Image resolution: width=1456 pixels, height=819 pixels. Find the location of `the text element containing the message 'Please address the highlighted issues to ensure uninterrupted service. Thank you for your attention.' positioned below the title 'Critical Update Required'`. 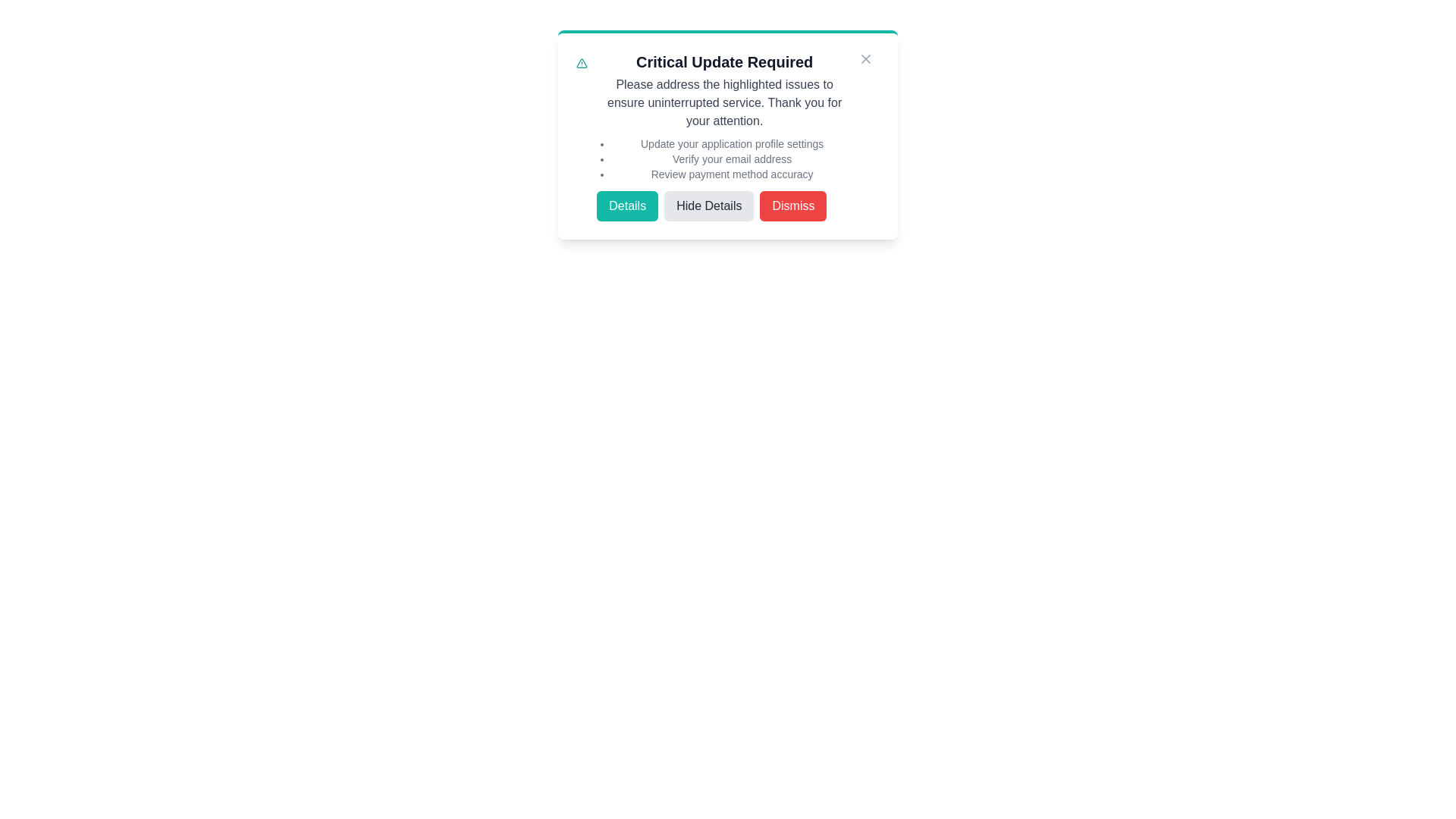

the text element containing the message 'Please address the highlighted issues to ensure uninterrupted service. Thank you for your attention.' positioned below the title 'Critical Update Required' is located at coordinates (723, 102).